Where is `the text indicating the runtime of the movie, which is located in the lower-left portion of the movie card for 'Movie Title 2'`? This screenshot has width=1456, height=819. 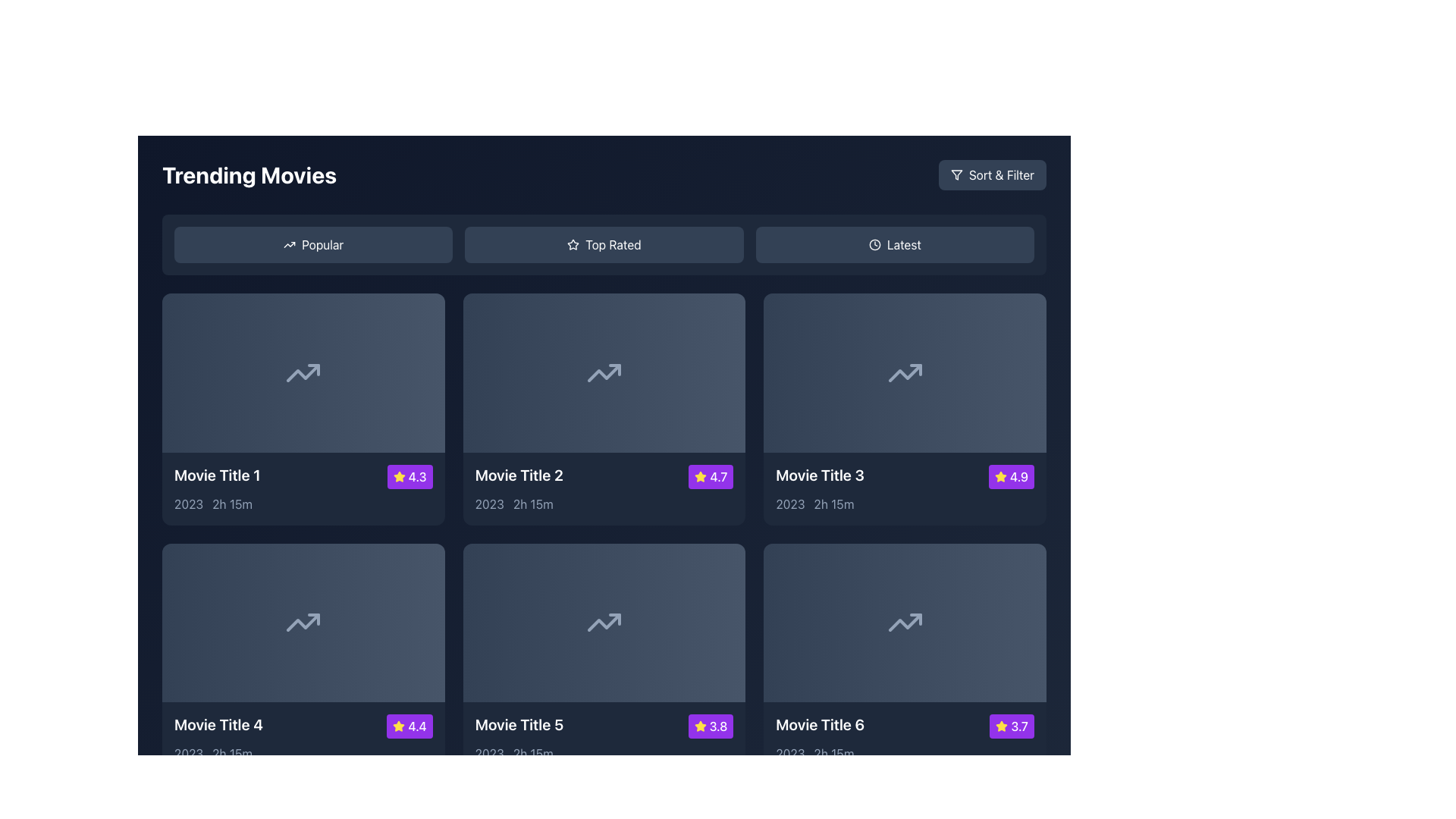
the text indicating the runtime of the movie, which is located in the lower-left portion of the movie card for 'Movie Title 2' is located at coordinates (533, 504).